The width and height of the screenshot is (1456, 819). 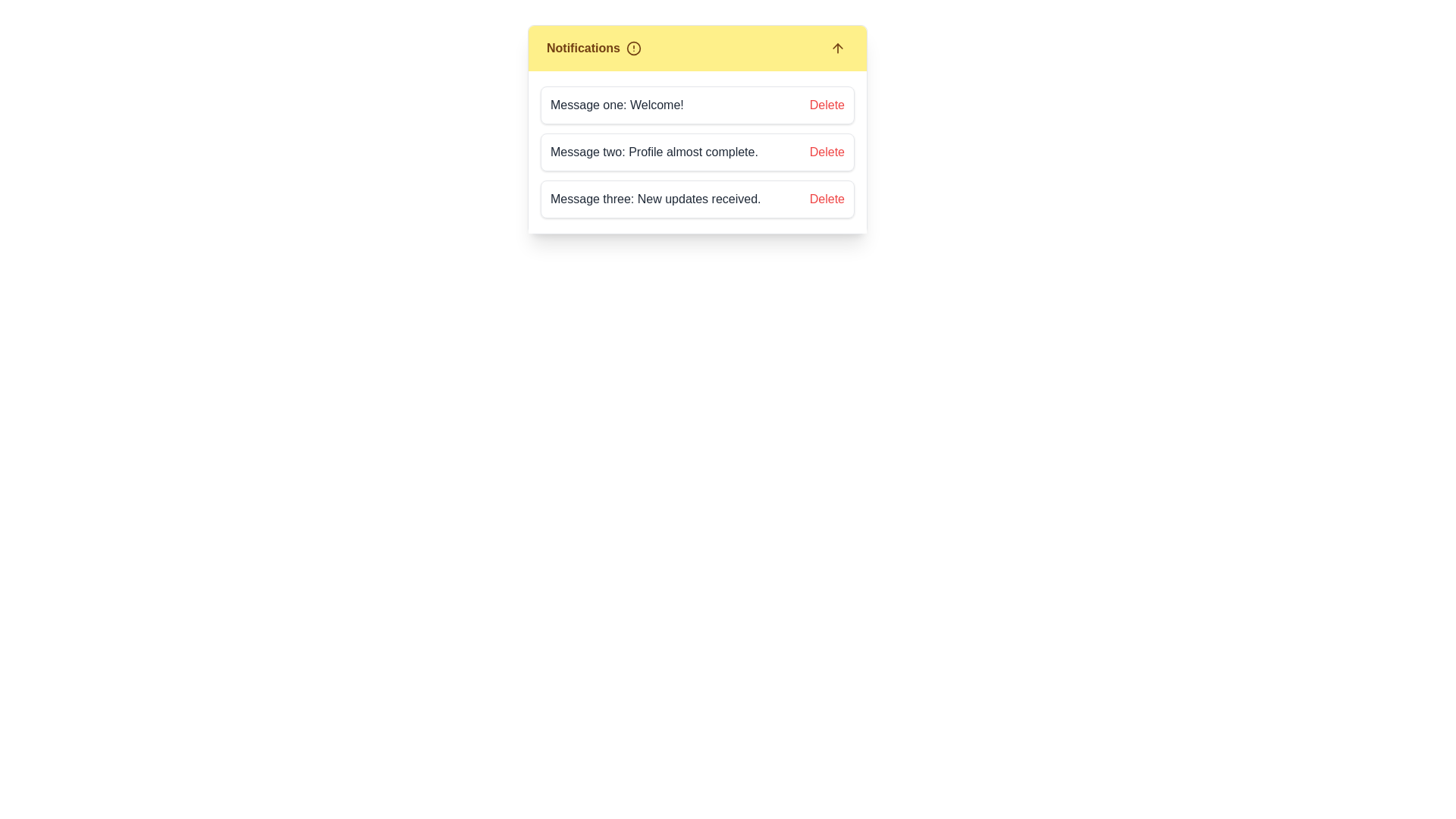 I want to click on the circular button with a yellow background and downward arrow icon located in the top-right corner of the 'Notifications' header for keyboard accessibility, so click(x=836, y=48).